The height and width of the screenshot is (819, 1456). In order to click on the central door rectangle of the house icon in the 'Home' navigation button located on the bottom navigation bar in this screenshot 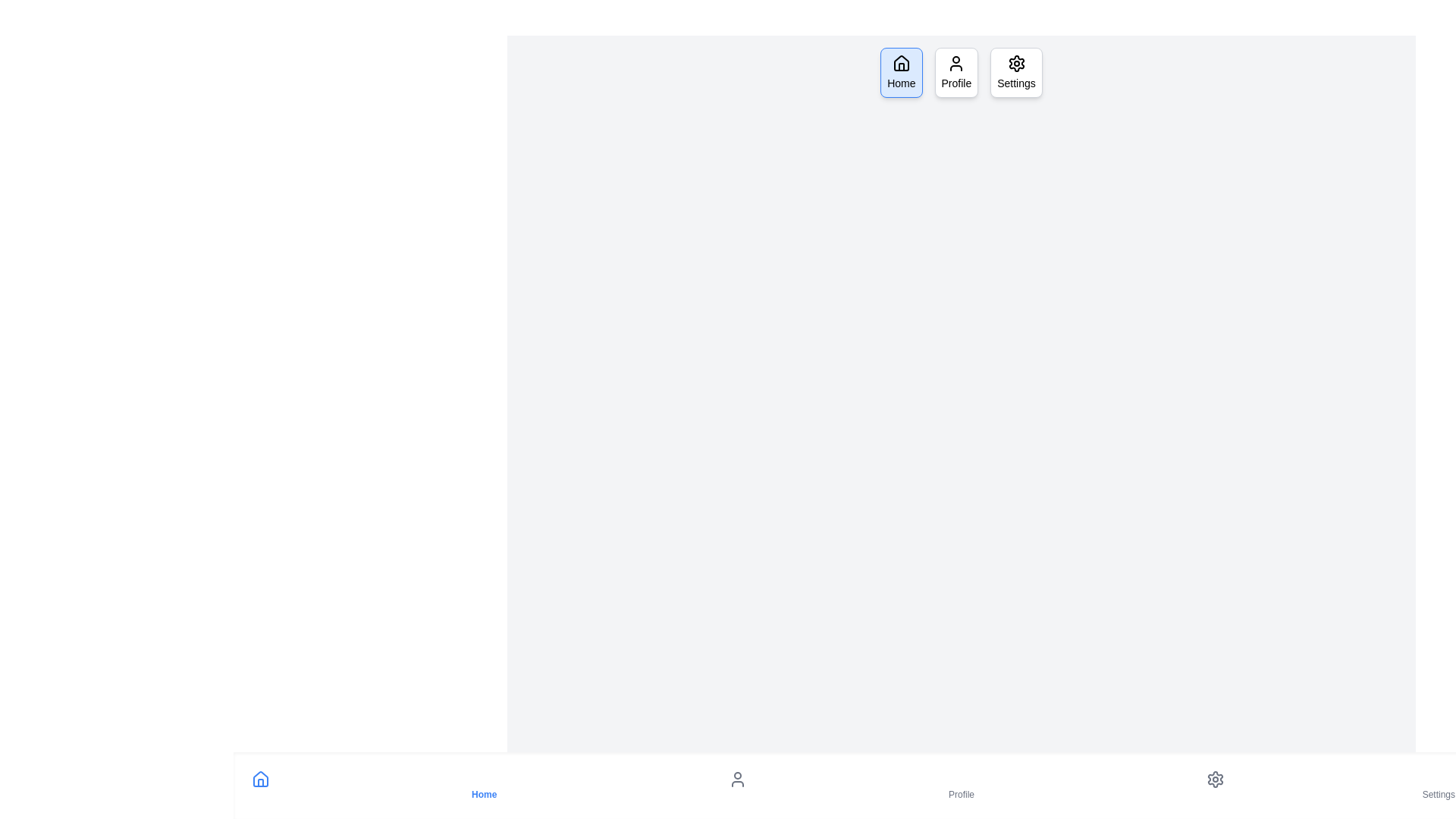, I will do `click(261, 783)`.